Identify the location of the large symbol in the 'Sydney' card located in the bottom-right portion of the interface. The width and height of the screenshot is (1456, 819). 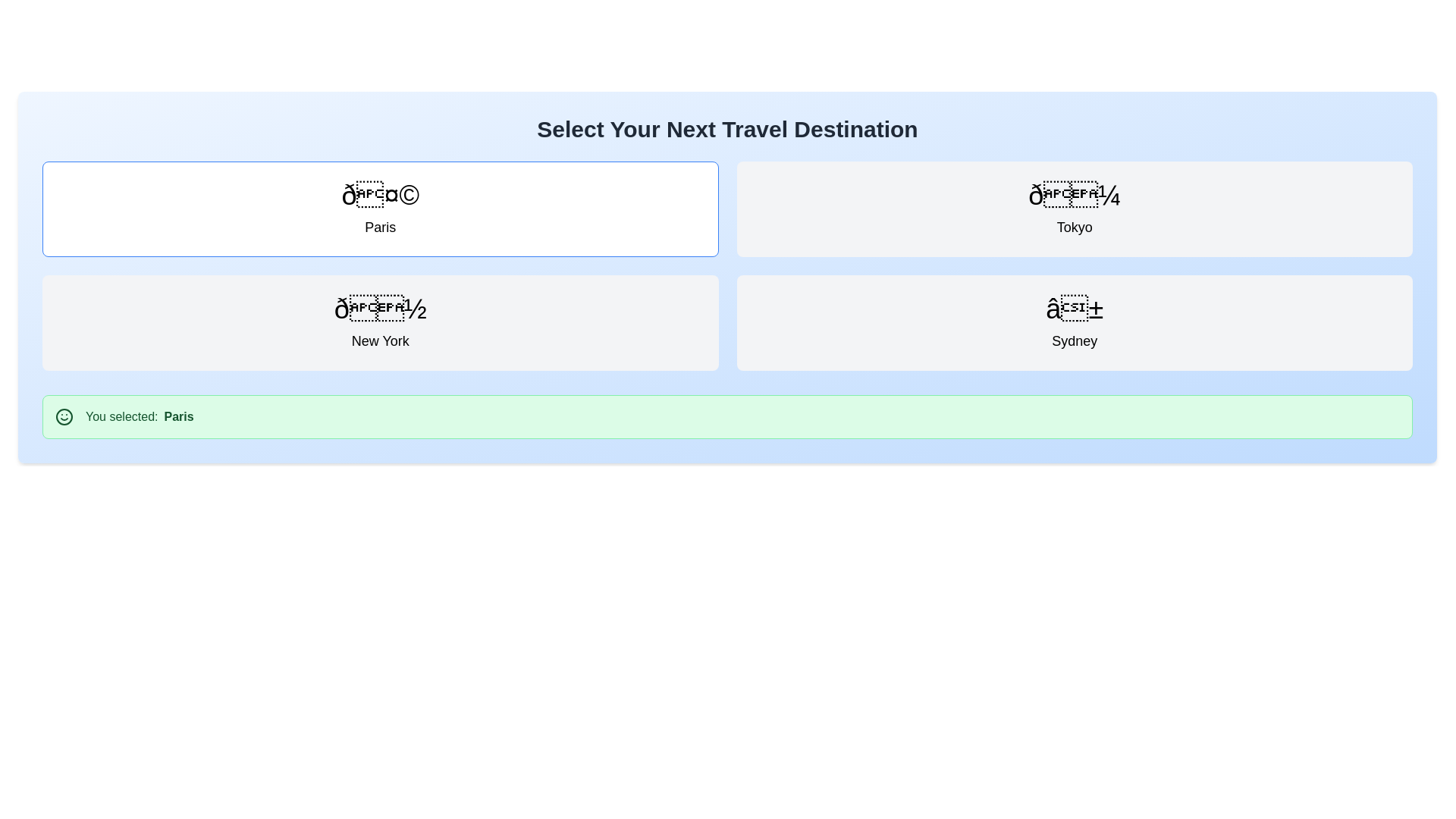
(1074, 309).